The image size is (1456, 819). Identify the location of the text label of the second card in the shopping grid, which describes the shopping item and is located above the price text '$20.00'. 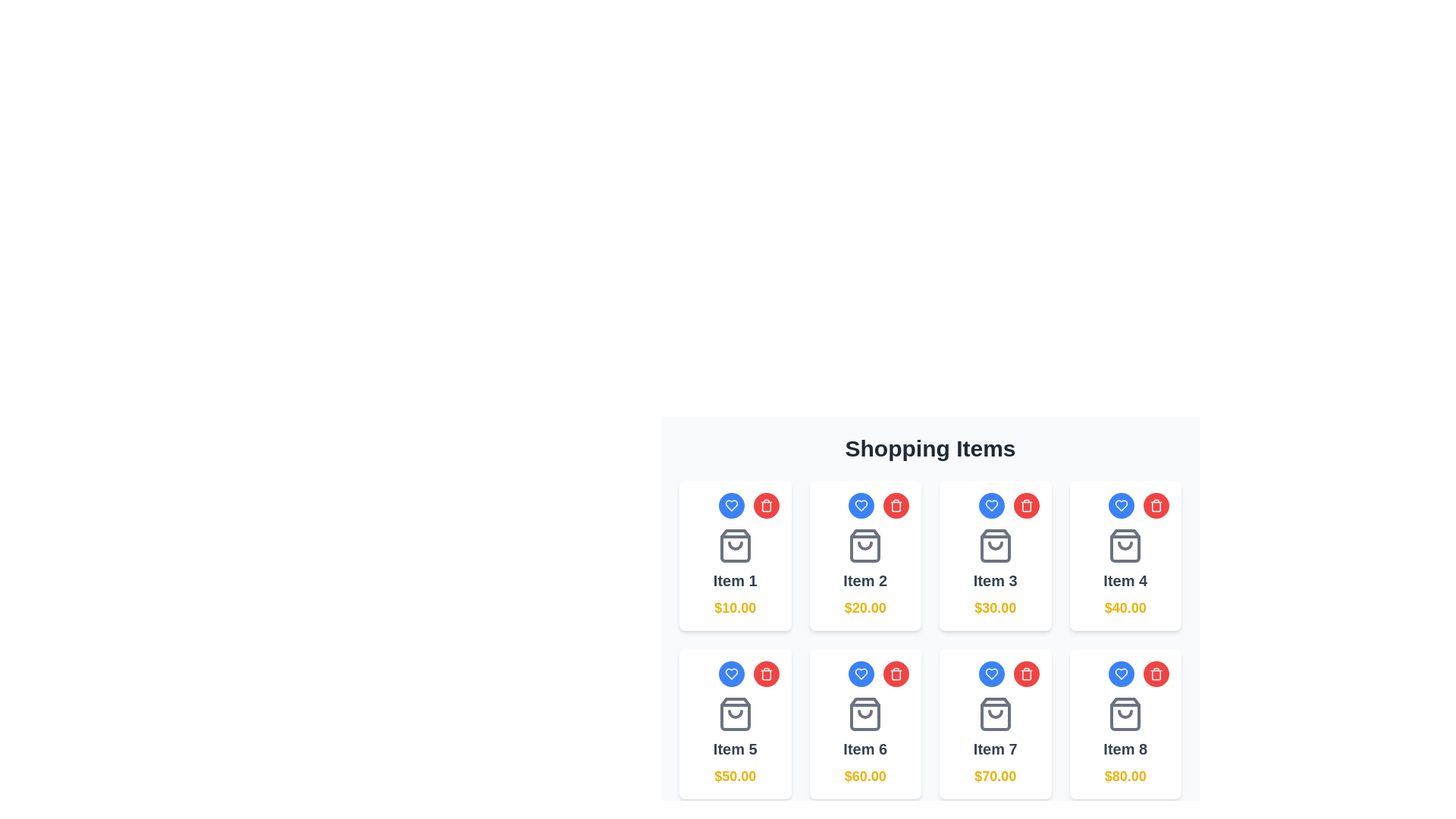
(865, 580).